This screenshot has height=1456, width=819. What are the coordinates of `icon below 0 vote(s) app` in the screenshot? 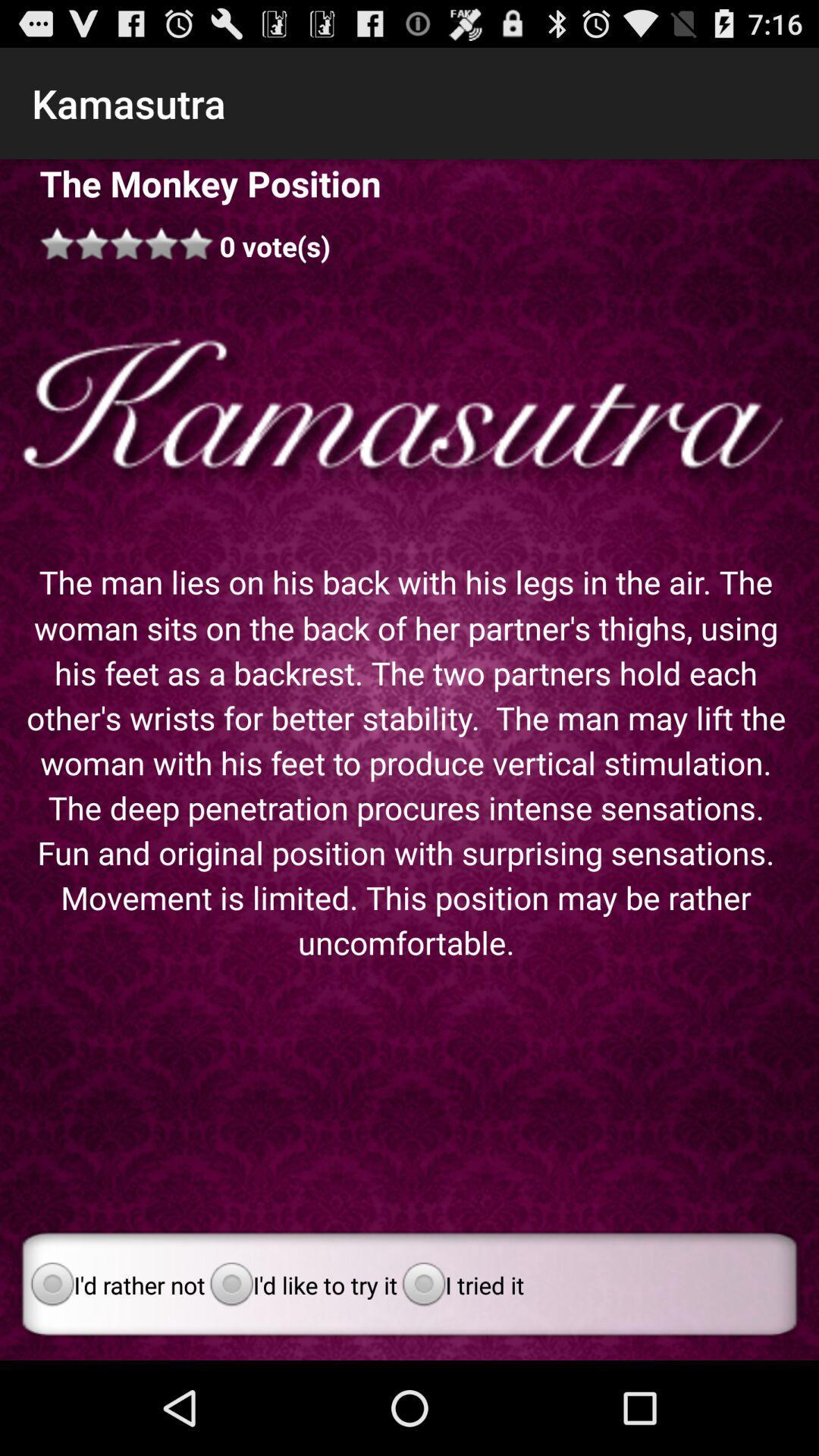 It's located at (409, 413).